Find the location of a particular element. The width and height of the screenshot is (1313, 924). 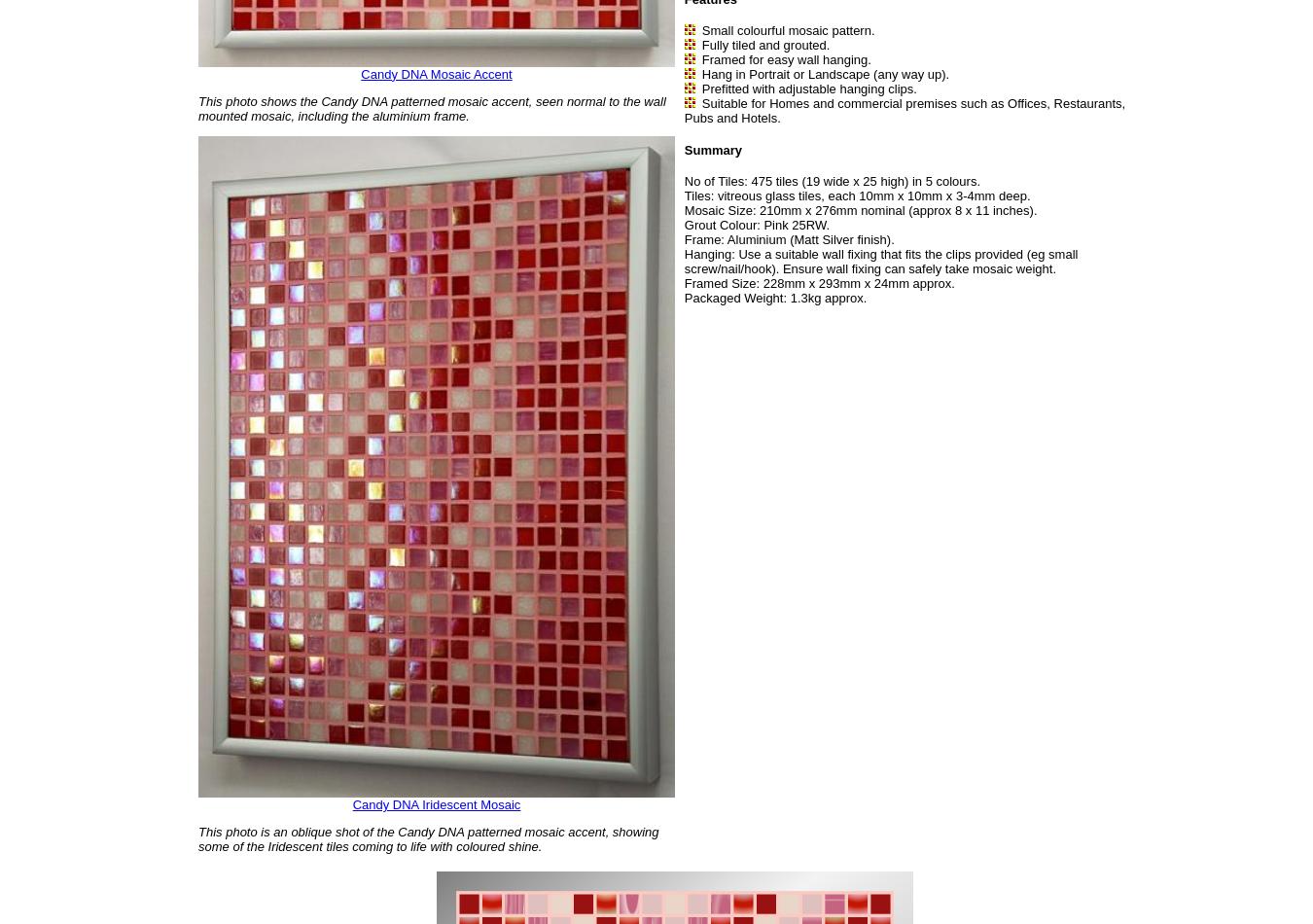

'Framed for easy wall hanging.' is located at coordinates (785, 59).